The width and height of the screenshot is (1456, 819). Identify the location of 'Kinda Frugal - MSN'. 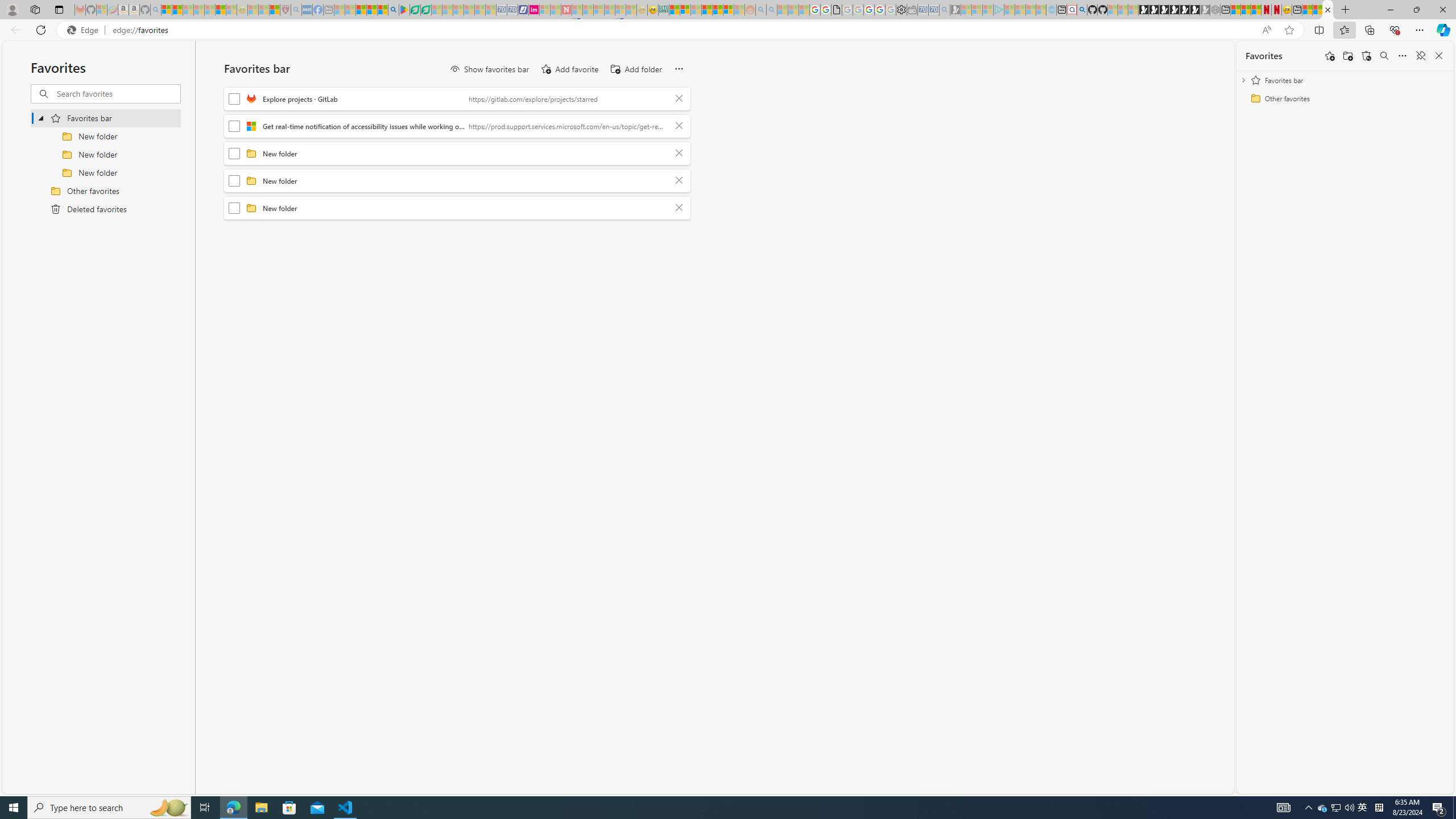
(717, 9).